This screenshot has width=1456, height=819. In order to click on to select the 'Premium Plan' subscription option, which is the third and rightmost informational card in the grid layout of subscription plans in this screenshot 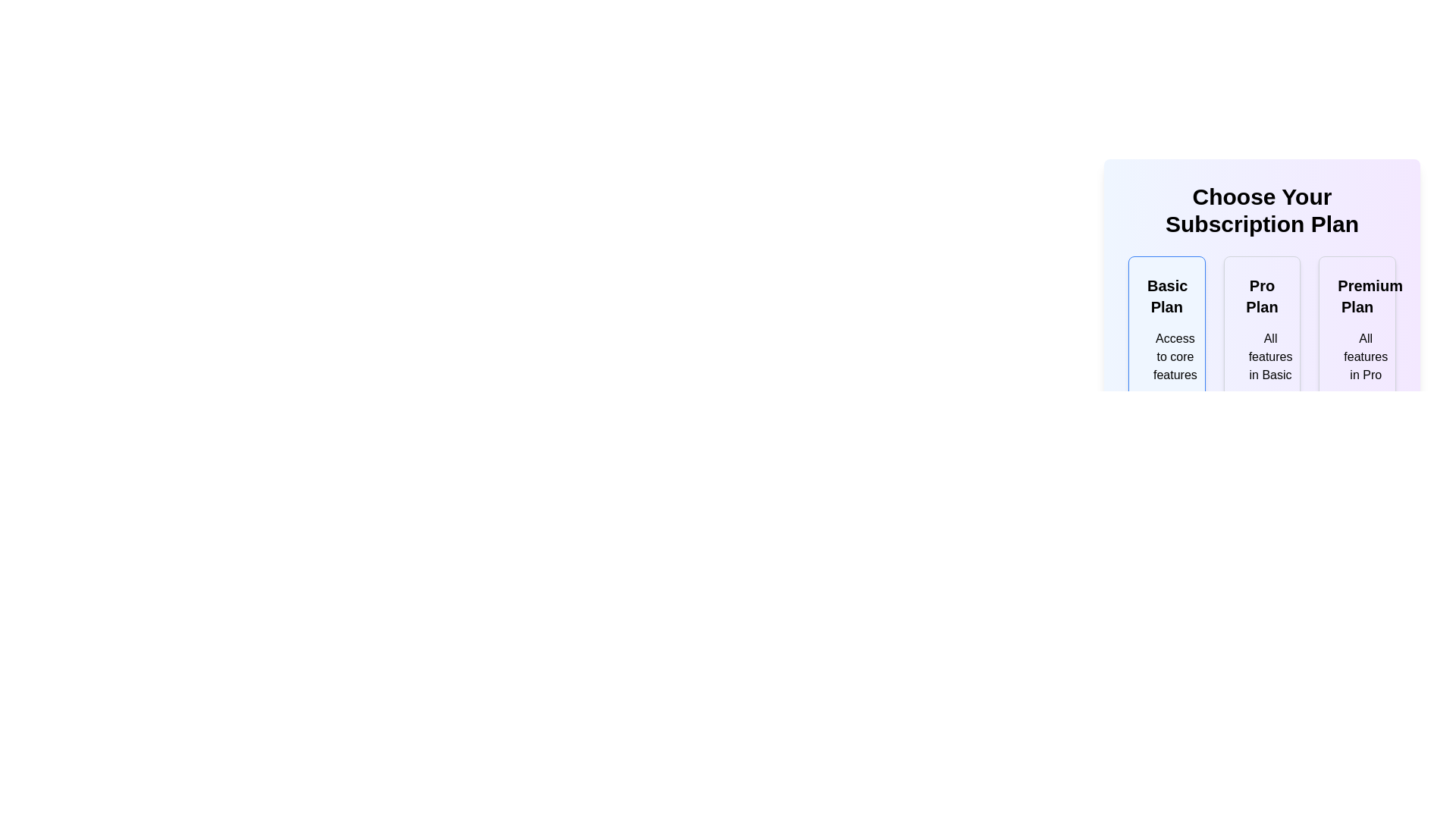, I will do `click(1357, 397)`.